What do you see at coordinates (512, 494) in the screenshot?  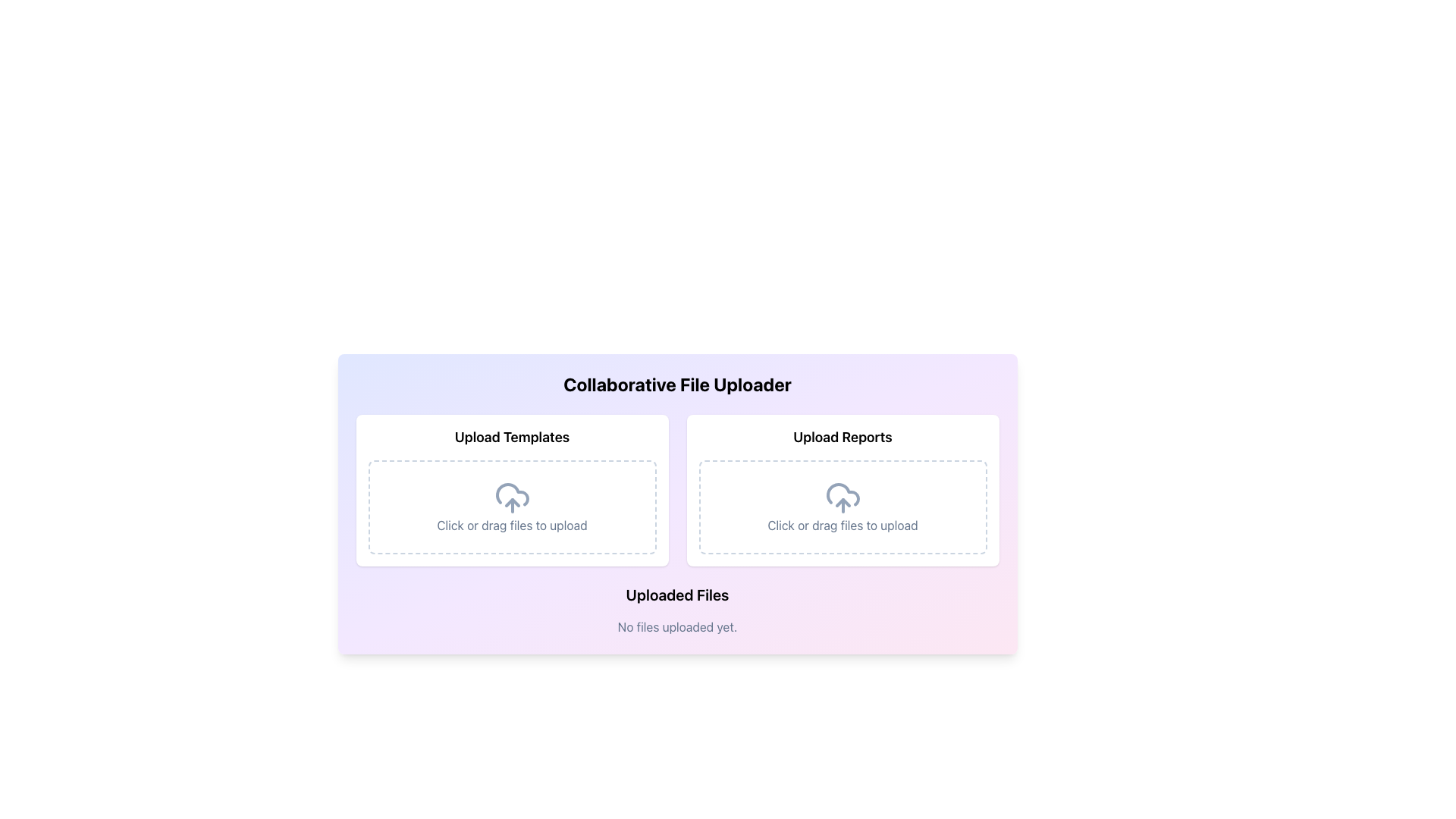 I see `the circular segment of the cloud upload icon located within the 'Upload Templates' box` at bounding box center [512, 494].